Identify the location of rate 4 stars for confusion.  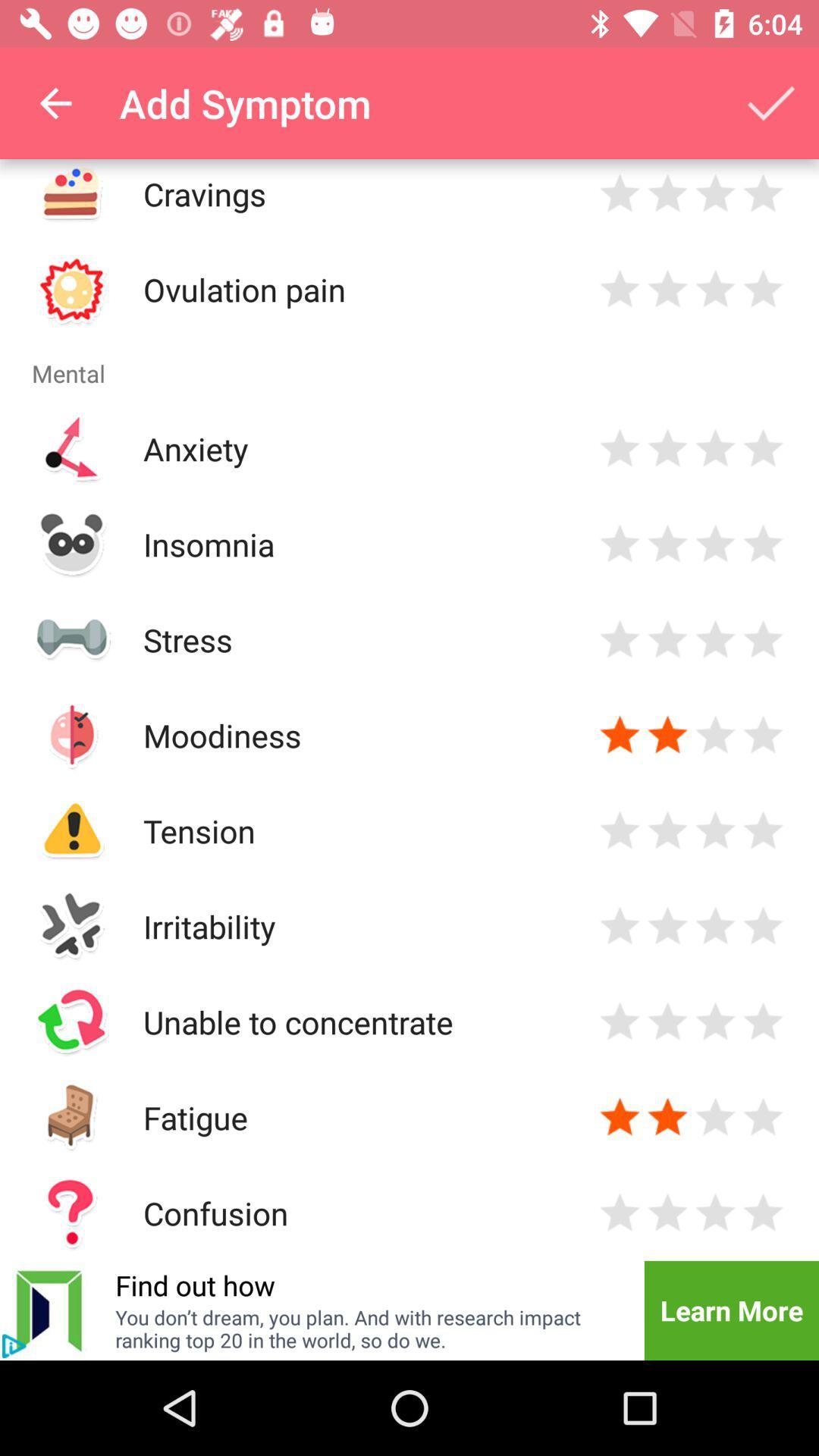
(763, 1212).